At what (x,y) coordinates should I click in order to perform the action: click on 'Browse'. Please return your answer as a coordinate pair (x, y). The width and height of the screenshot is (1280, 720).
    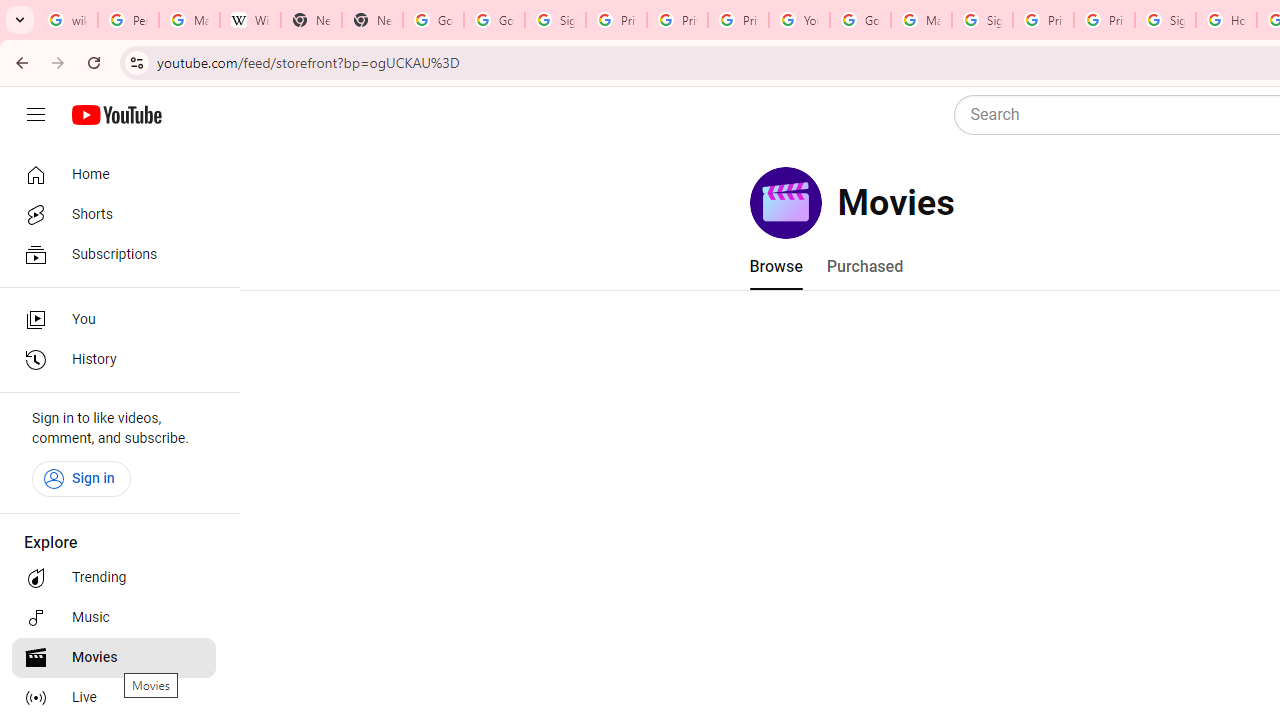
    Looking at the image, I should click on (774, 266).